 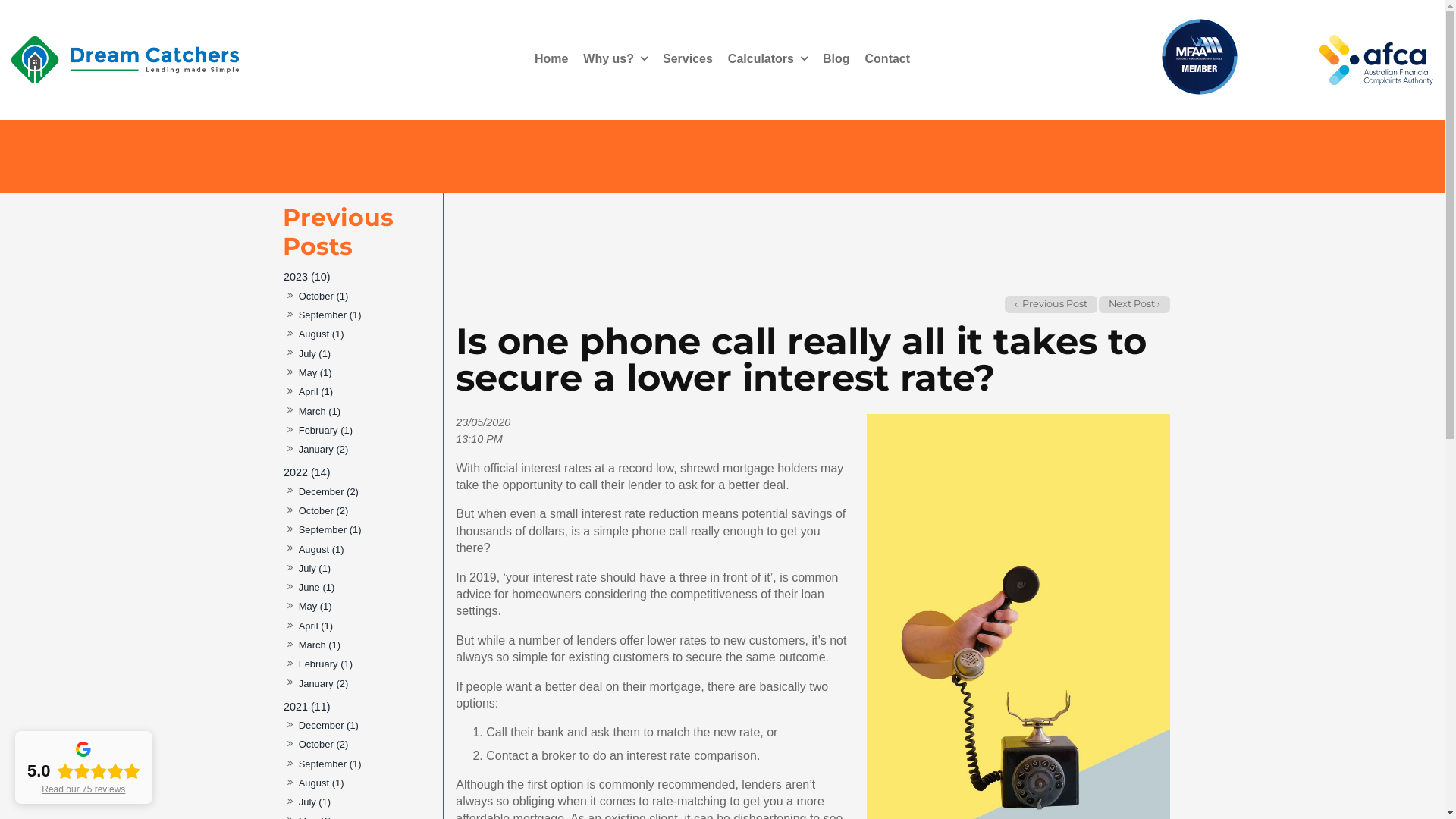 I want to click on 'Calculators', so click(x=767, y=58).